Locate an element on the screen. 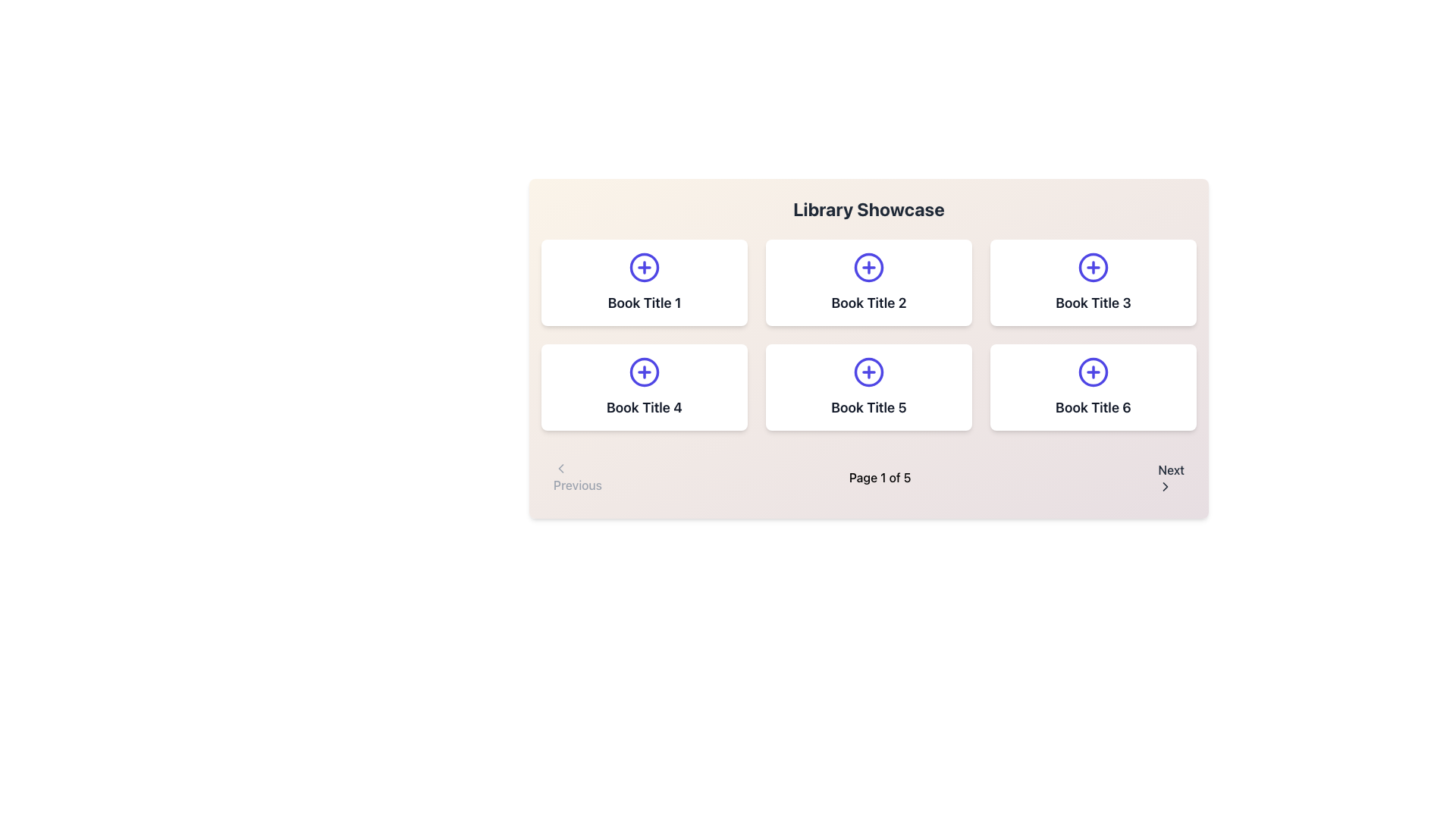  the progression icon located within the 'Next' button at the bottom-right corner of the interface to potentially display a tooltip is located at coordinates (1165, 486).